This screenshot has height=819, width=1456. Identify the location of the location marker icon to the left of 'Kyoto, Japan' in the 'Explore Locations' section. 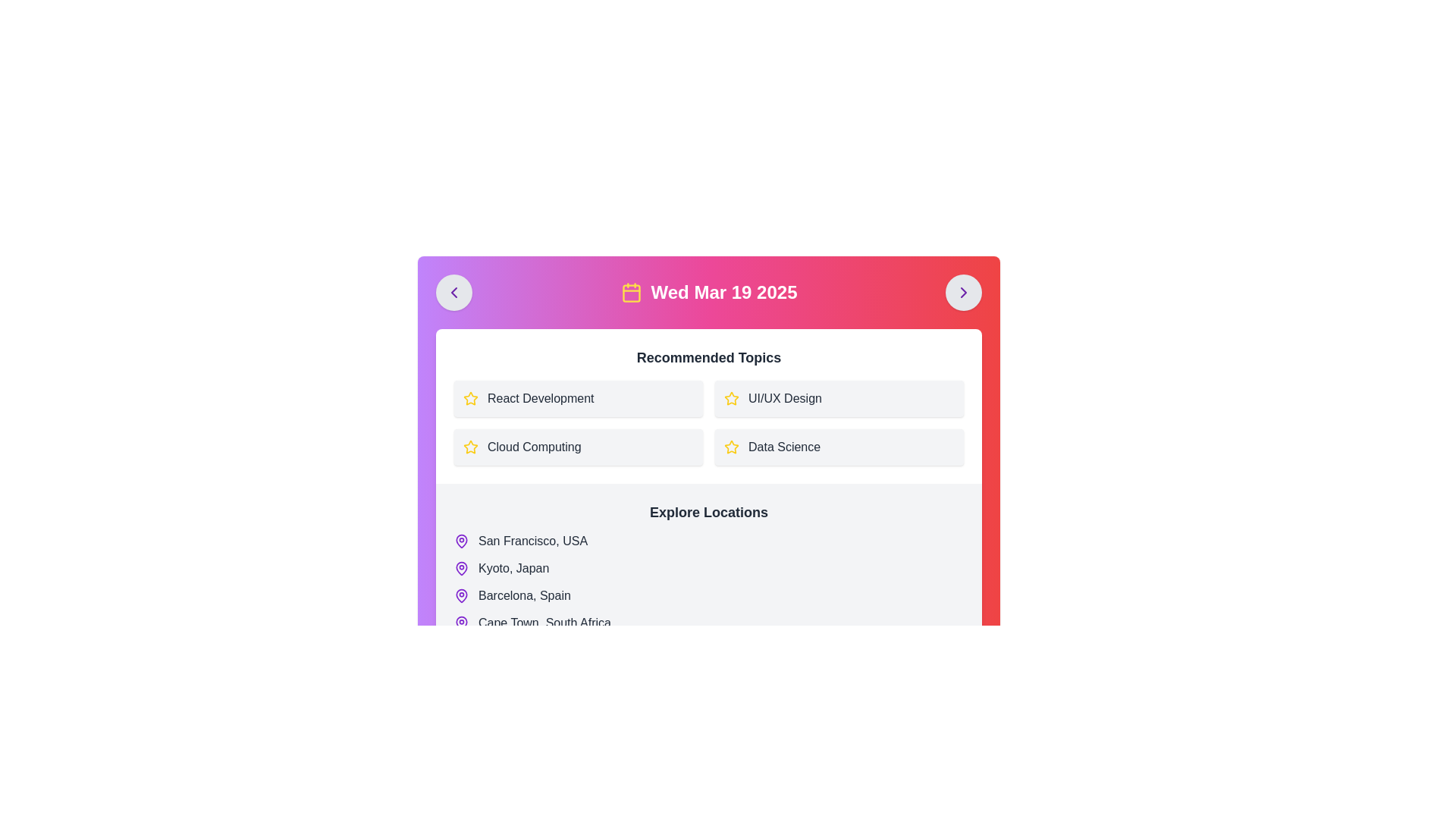
(461, 568).